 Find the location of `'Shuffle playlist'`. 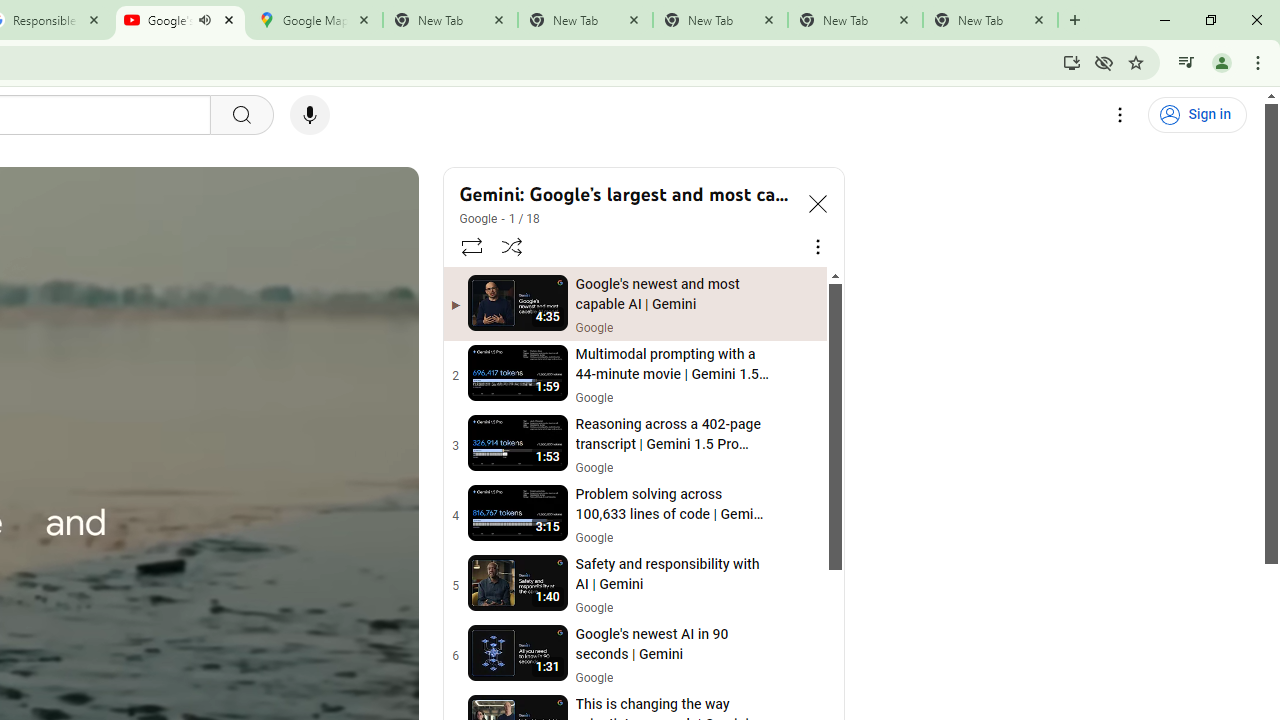

'Shuffle playlist' is located at coordinates (512, 245).